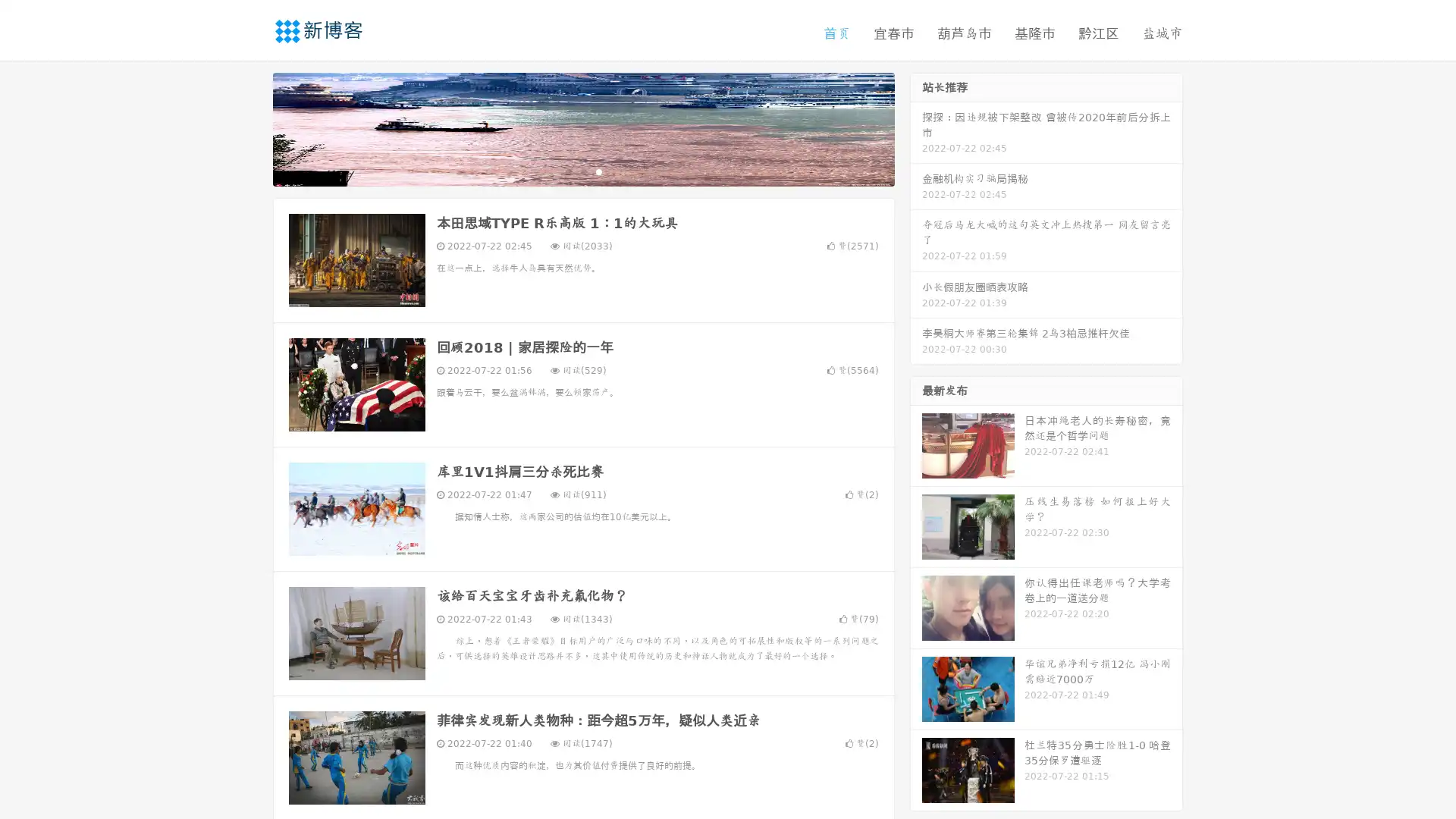 This screenshot has height=819, width=1456. Describe the element at coordinates (582, 171) in the screenshot. I see `Go to slide 2` at that location.